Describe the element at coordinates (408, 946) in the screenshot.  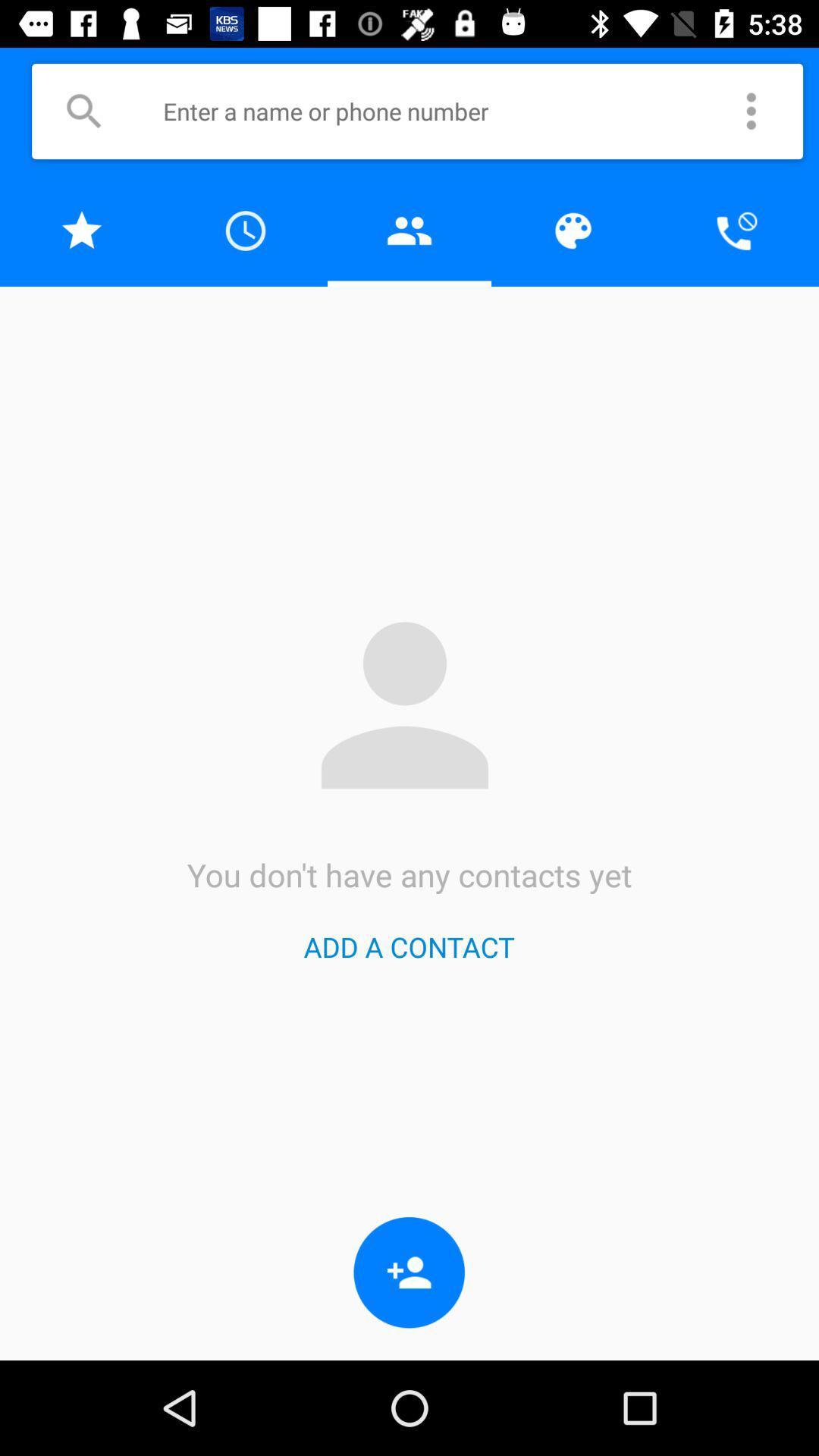
I see `add a contact app` at that location.